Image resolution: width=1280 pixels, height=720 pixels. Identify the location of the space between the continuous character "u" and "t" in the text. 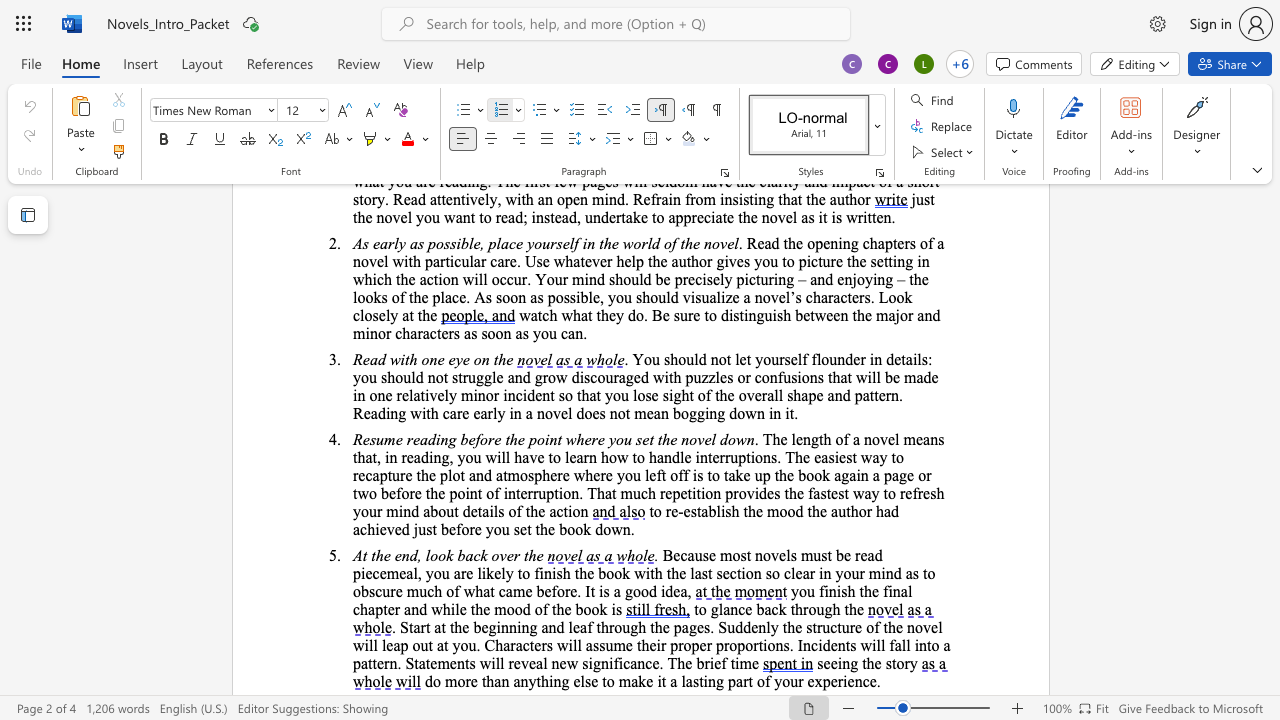
(845, 510).